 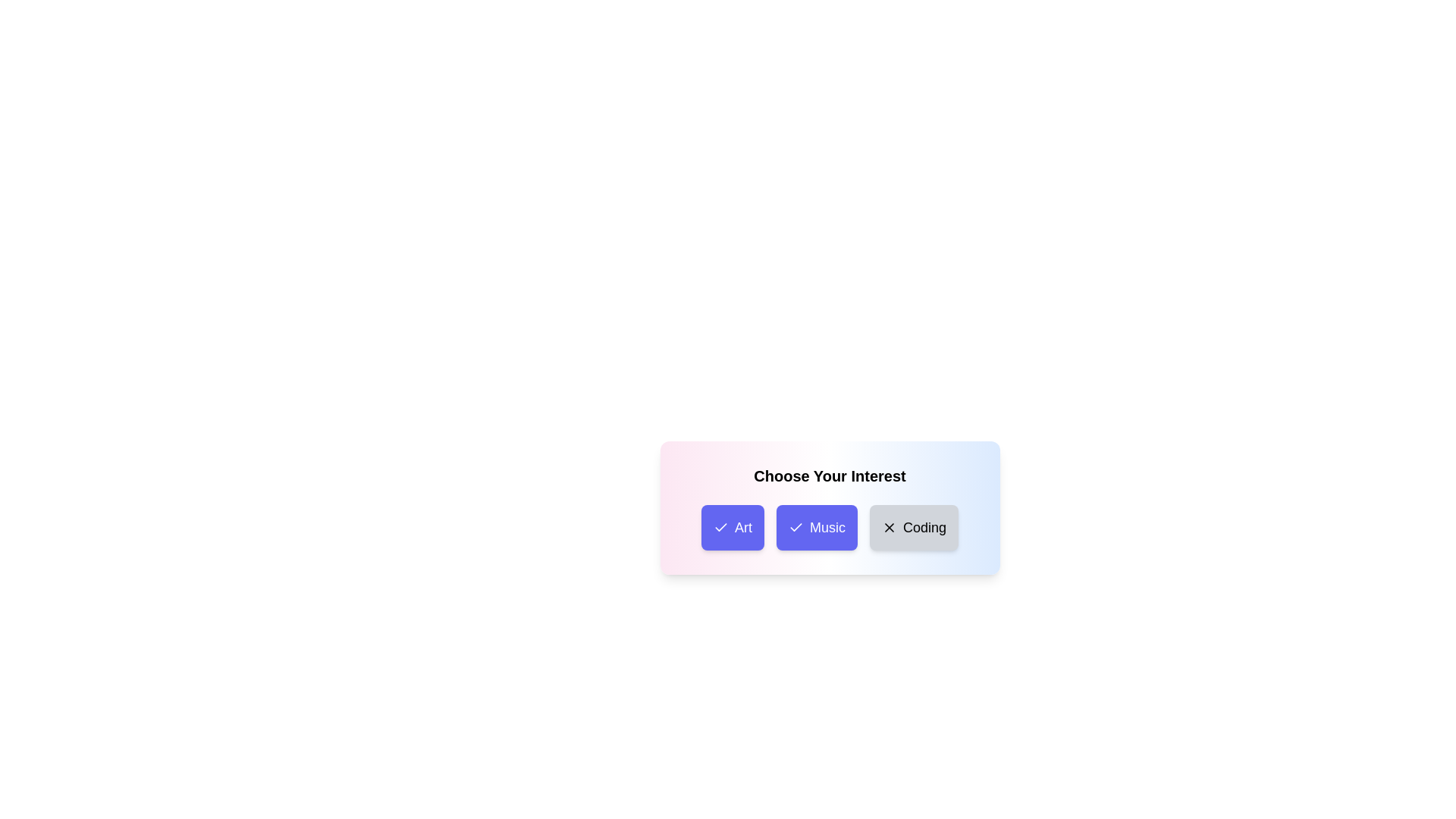 What do you see at coordinates (912, 526) in the screenshot?
I see `the category button labeled Coding to observe the hover effect` at bounding box center [912, 526].